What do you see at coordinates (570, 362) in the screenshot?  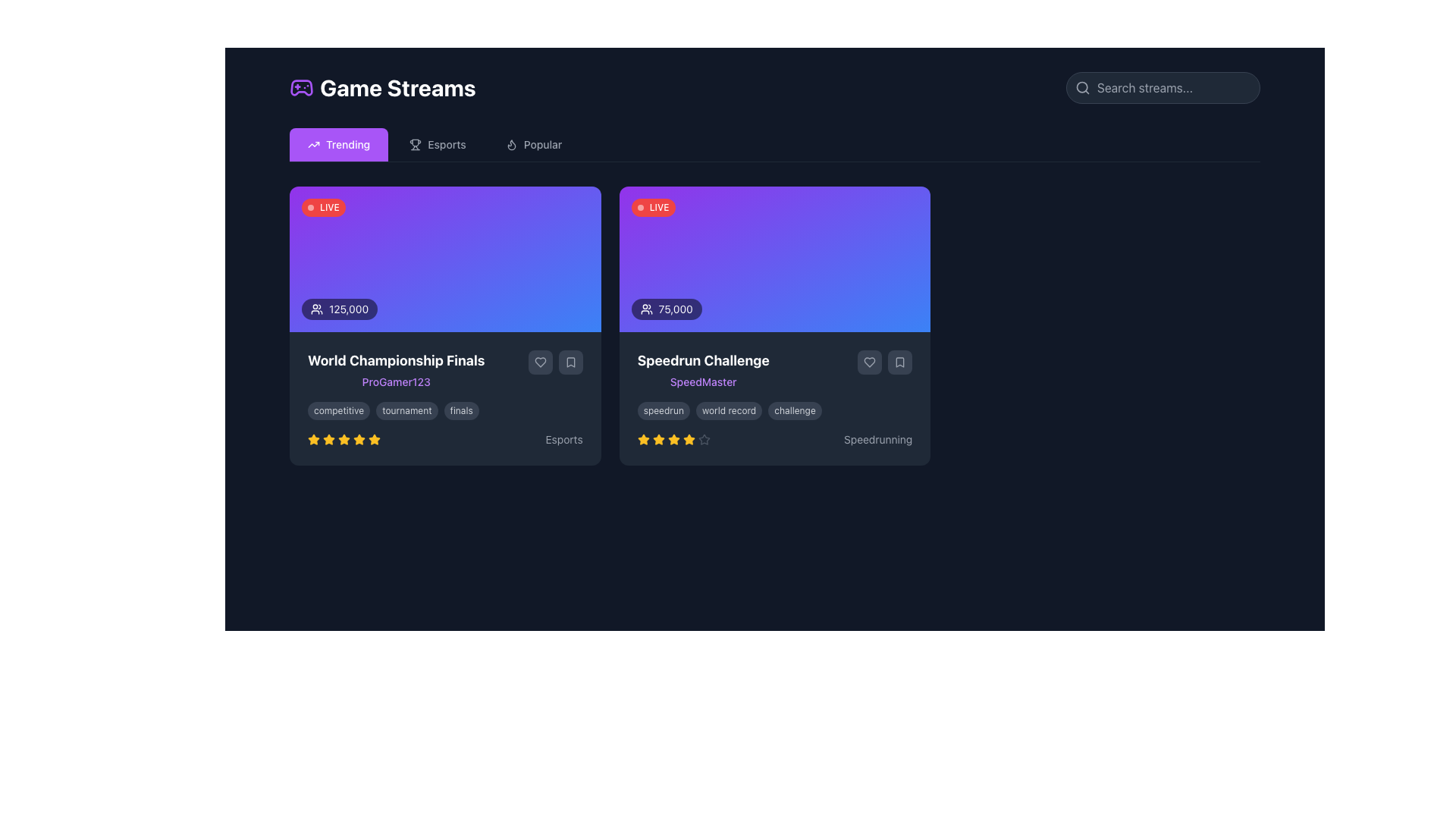 I see `the bookmark icon located in the top-right corner of the 'World Championship Finals' card` at bounding box center [570, 362].